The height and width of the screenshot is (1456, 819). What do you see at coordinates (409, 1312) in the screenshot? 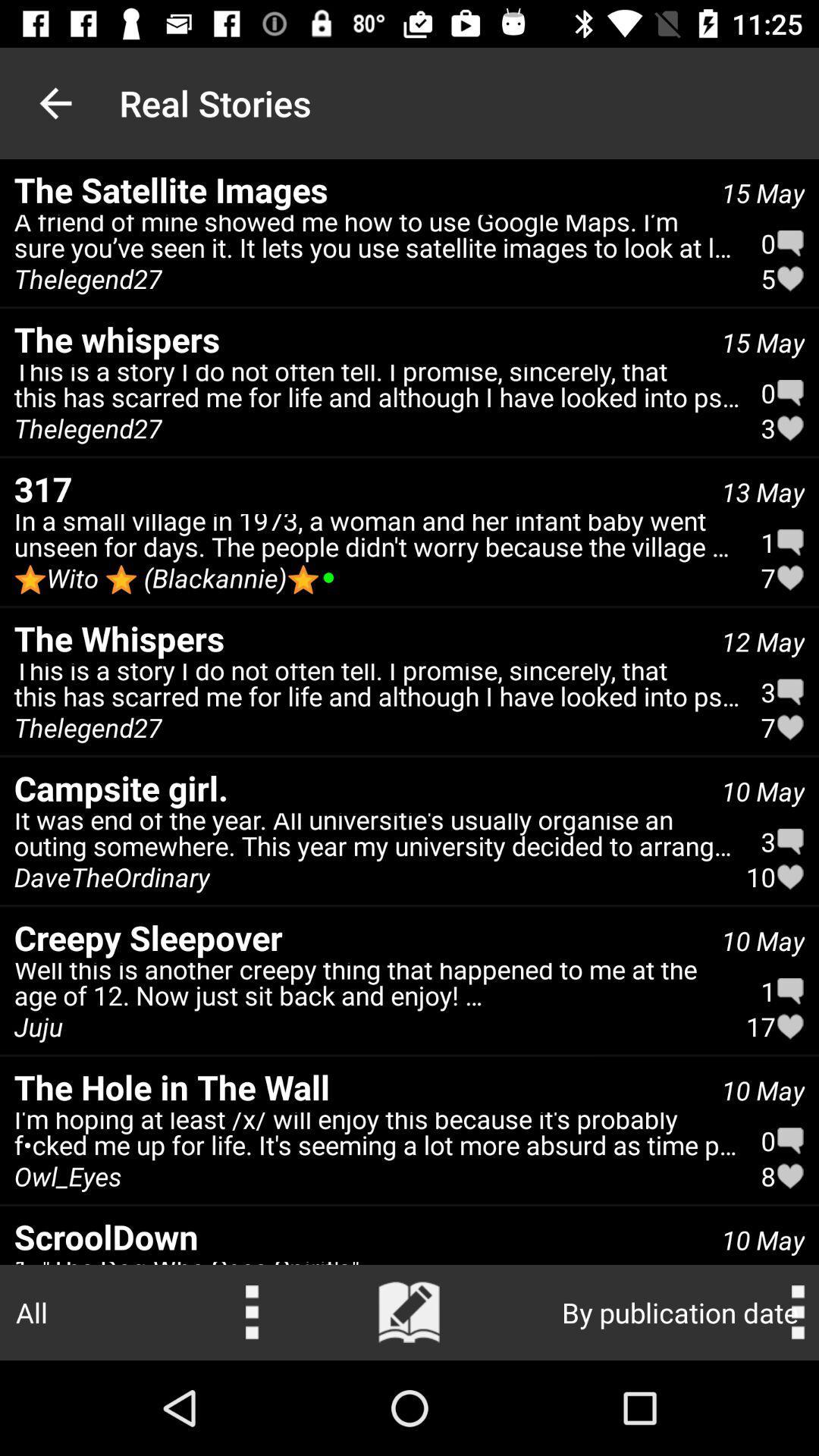
I see `white a post` at bounding box center [409, 1312].